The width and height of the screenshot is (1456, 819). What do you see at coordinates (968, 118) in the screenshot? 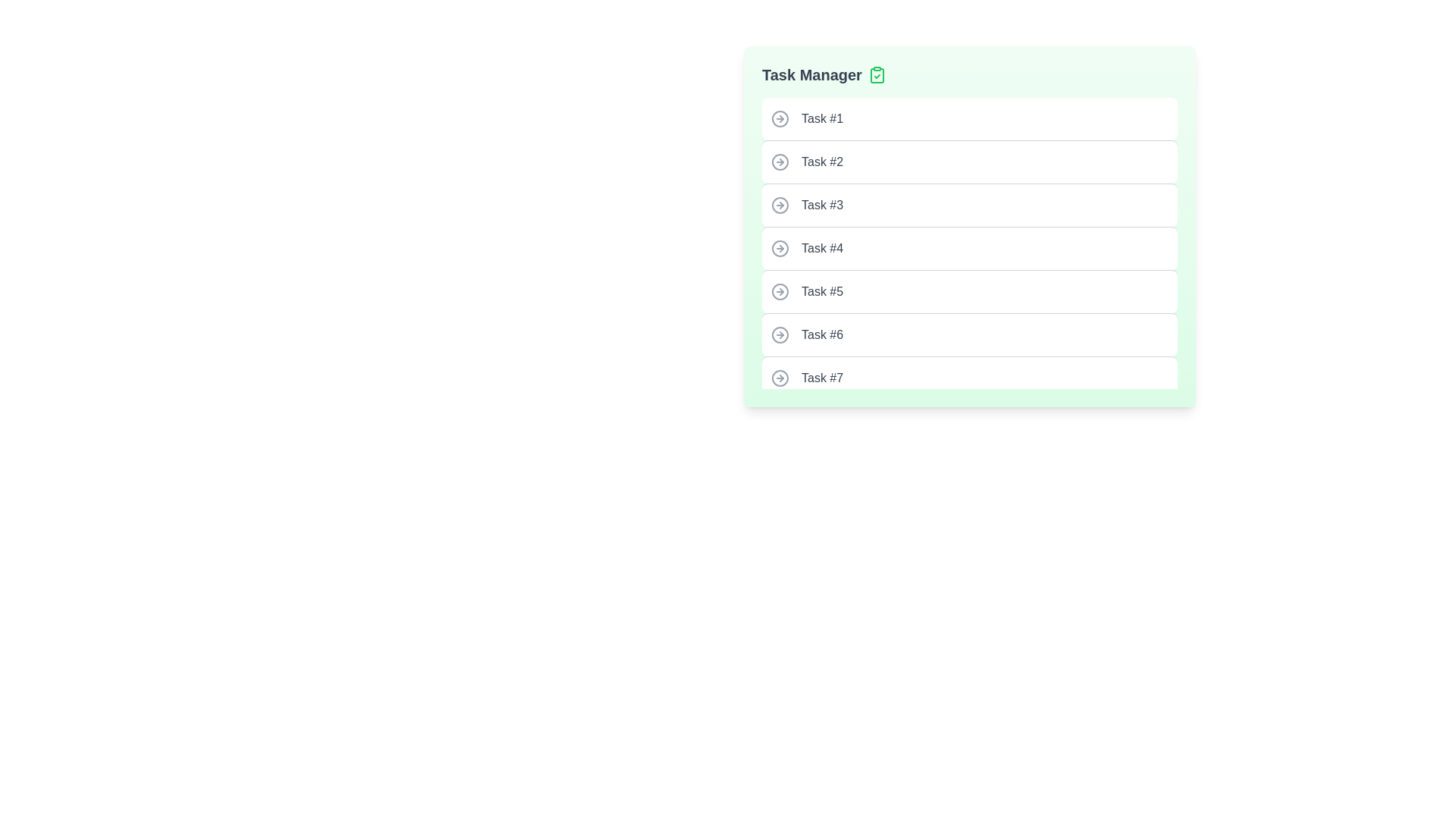
I see `the task labeled Task #1` at bounding box center [968, 118].